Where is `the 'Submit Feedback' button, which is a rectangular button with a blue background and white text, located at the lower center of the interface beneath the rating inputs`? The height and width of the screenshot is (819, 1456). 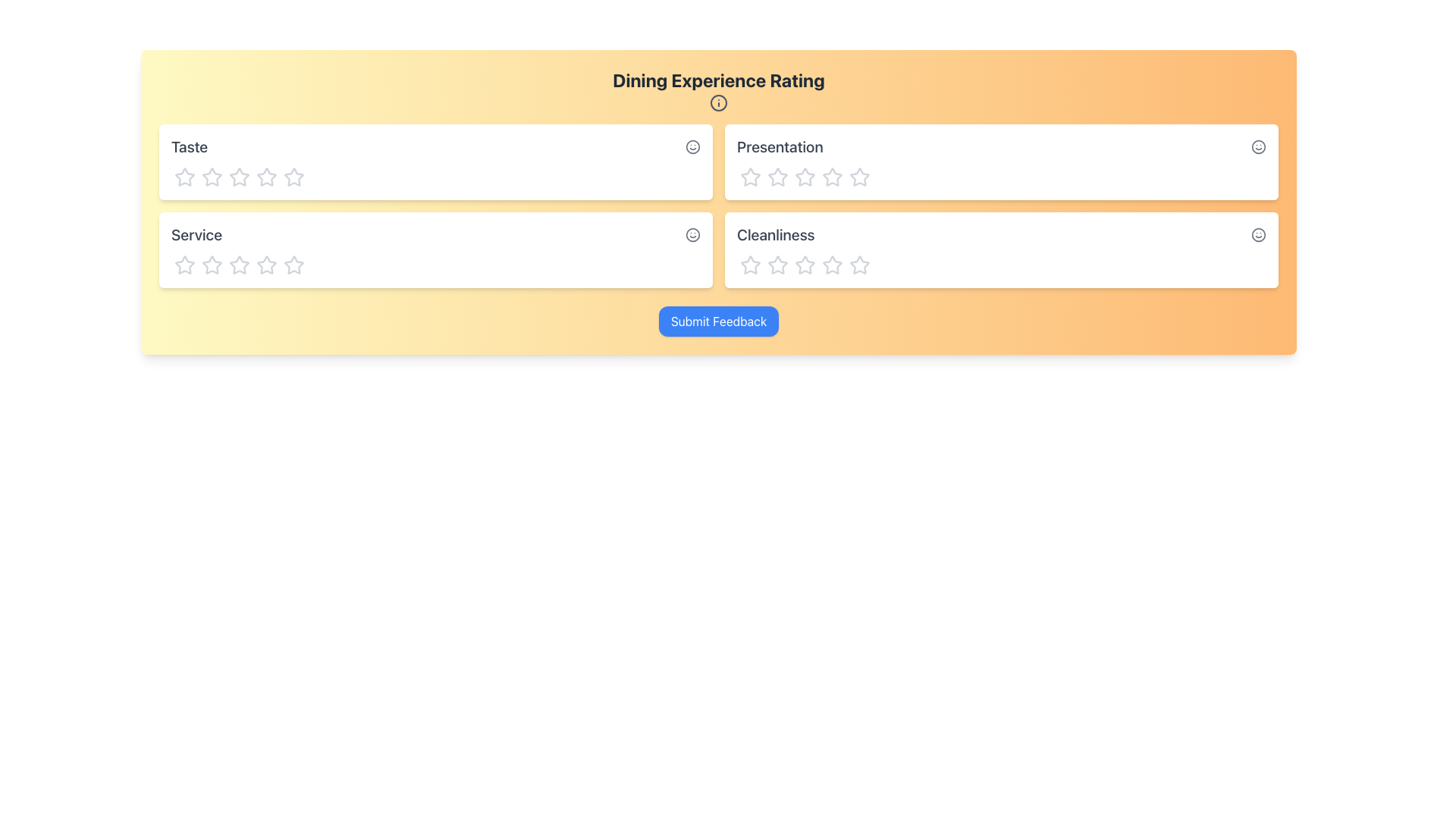
the 'Submit Feedback' button, which is a rectangular button with a blue background and white text, located at the lower center of the interface beneath the rating inputs is located at coordinates (717, 320).